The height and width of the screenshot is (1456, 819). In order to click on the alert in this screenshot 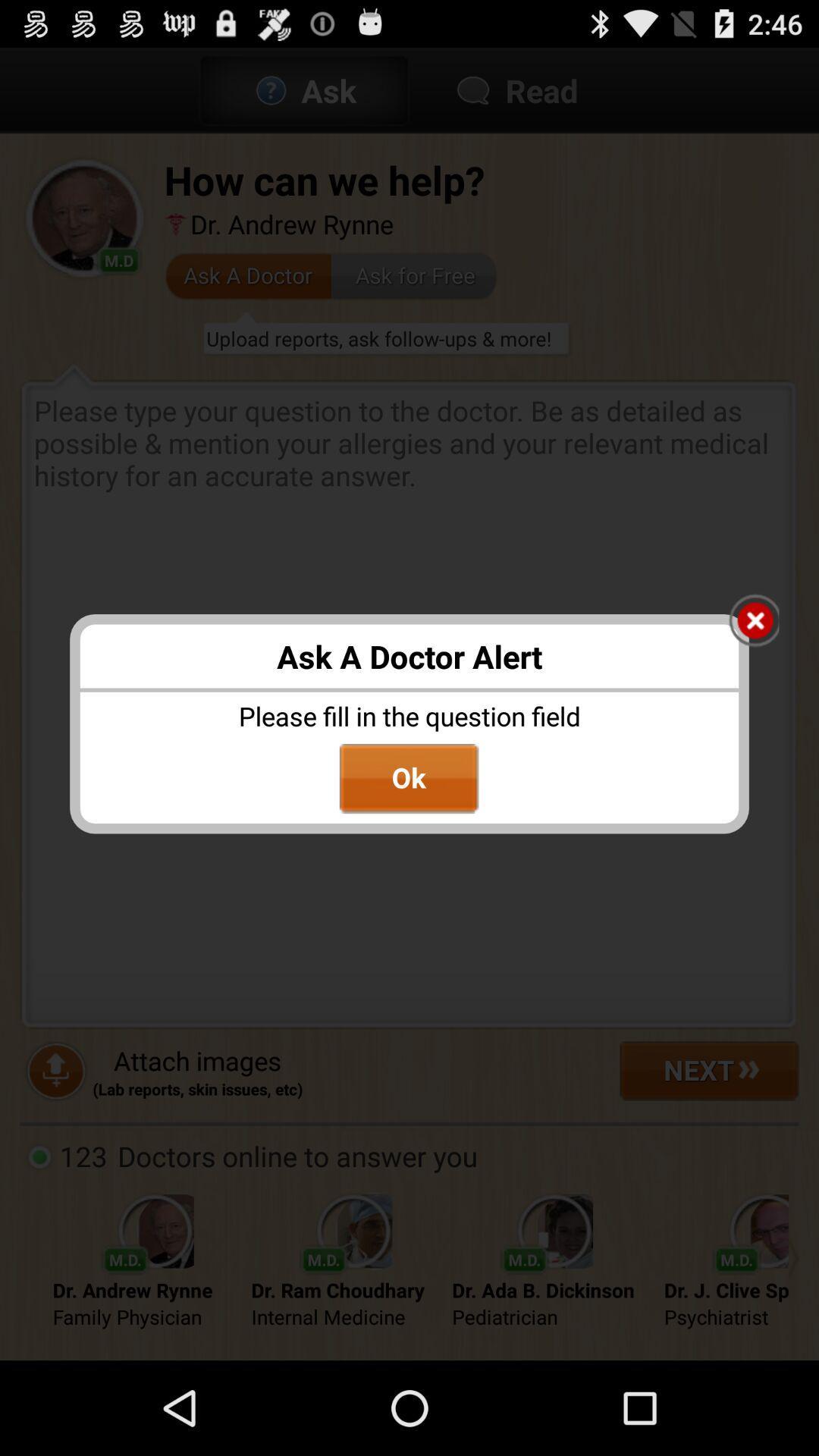, I will do `click(754, 622)`.